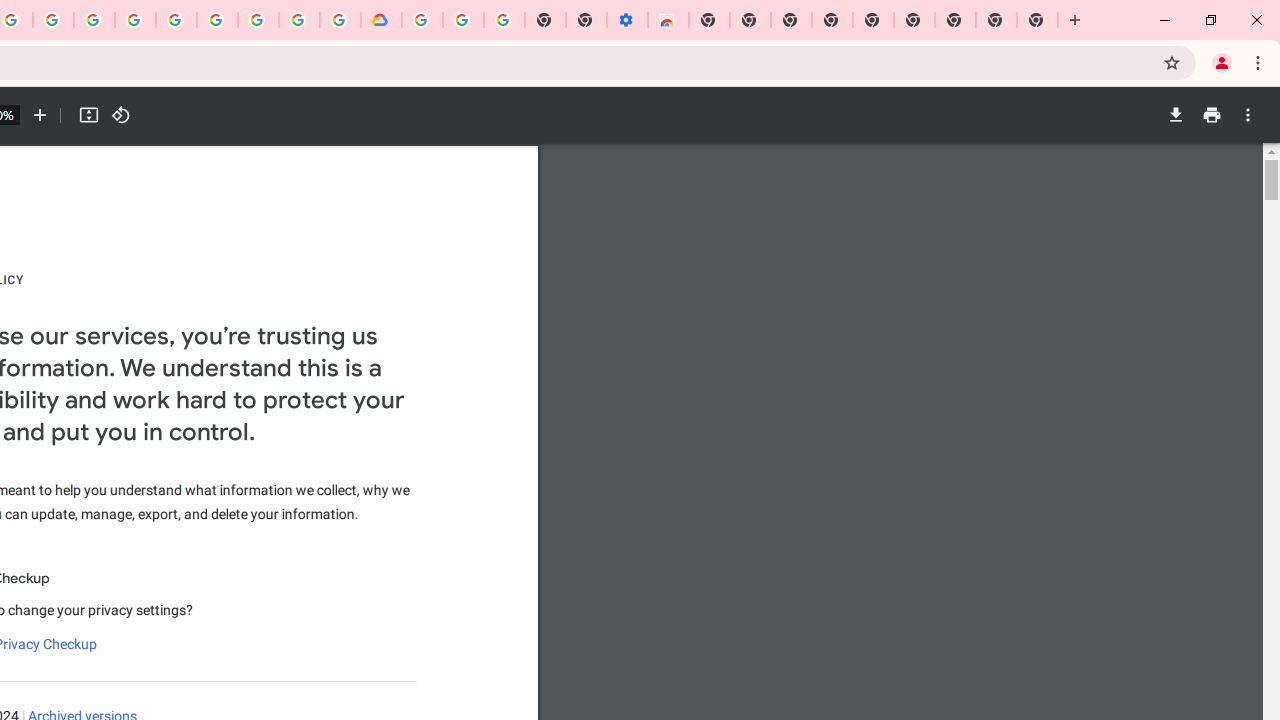  I want to click on 'Print', so click(1210, 115).